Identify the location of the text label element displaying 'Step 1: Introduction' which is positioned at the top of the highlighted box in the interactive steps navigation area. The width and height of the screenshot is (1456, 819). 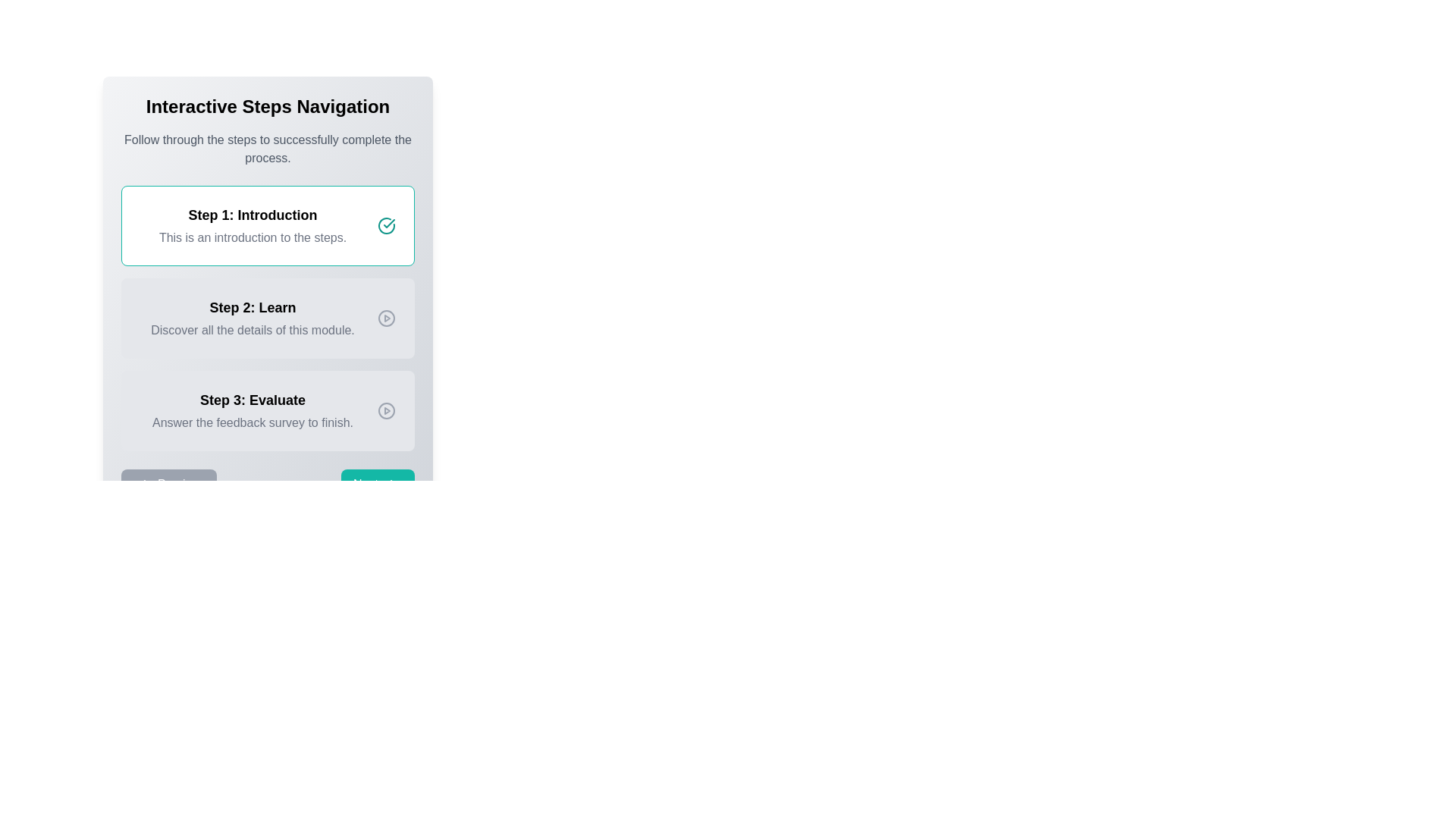
(253, 215).